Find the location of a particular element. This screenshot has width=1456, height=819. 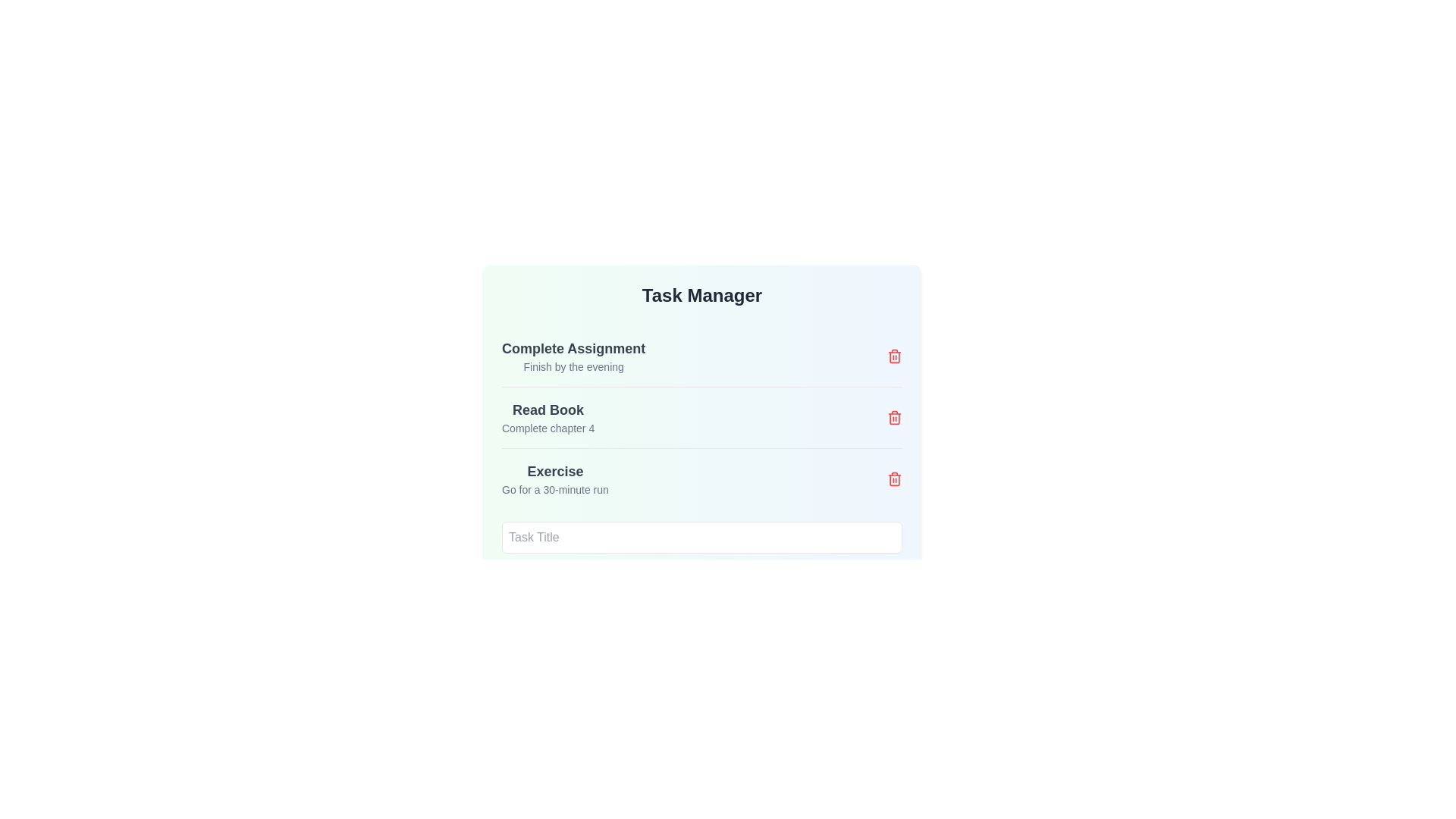

the circular button with a plus sign in the center, which is part of the 'Add Task' button is located at coordinates (675, 625).